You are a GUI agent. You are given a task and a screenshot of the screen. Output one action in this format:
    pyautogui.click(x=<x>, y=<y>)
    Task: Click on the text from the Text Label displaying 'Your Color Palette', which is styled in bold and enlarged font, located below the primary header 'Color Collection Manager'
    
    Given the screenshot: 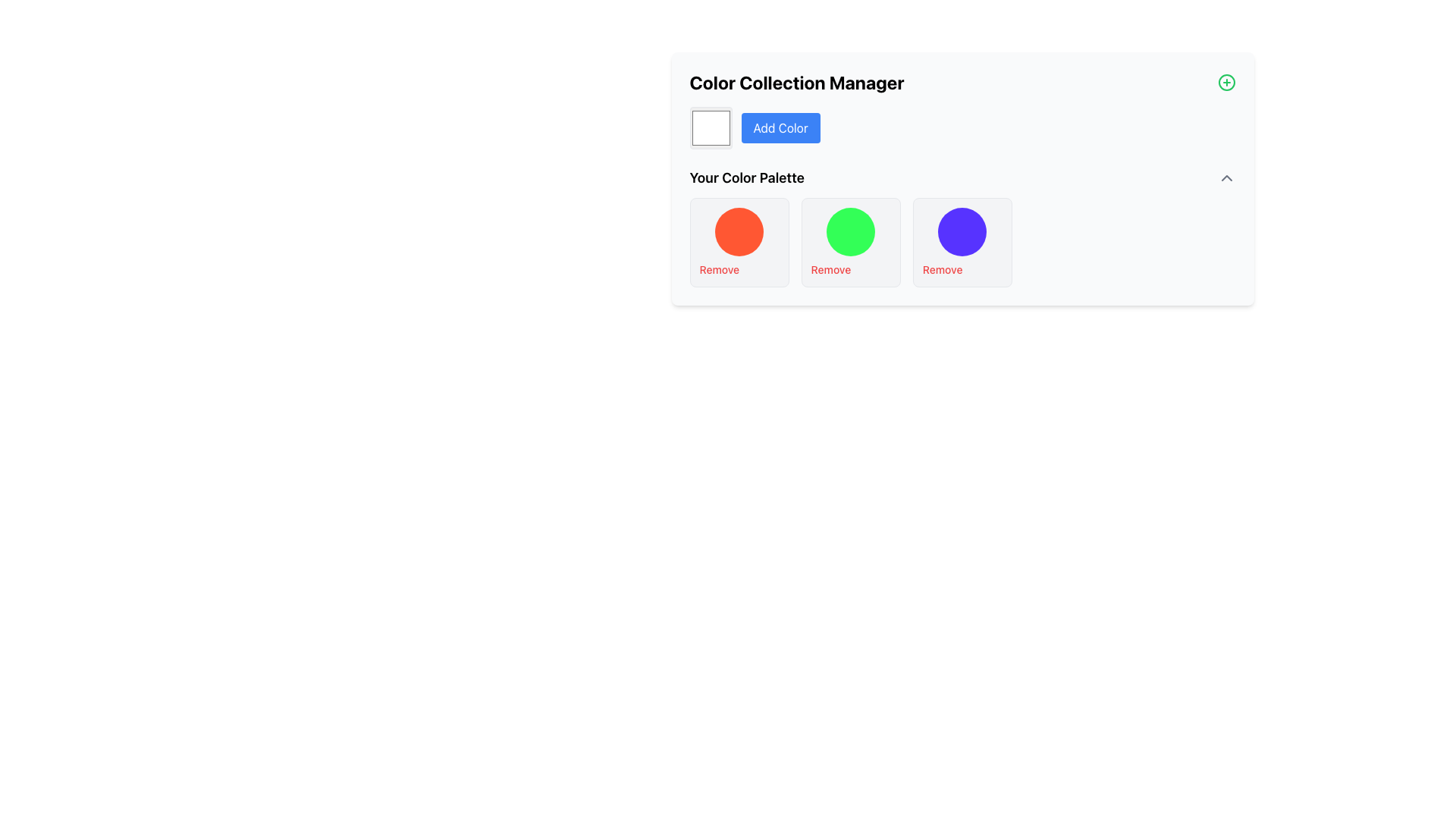 What is the action you would take?
    pyautogui.click(x=747, y=177)
    